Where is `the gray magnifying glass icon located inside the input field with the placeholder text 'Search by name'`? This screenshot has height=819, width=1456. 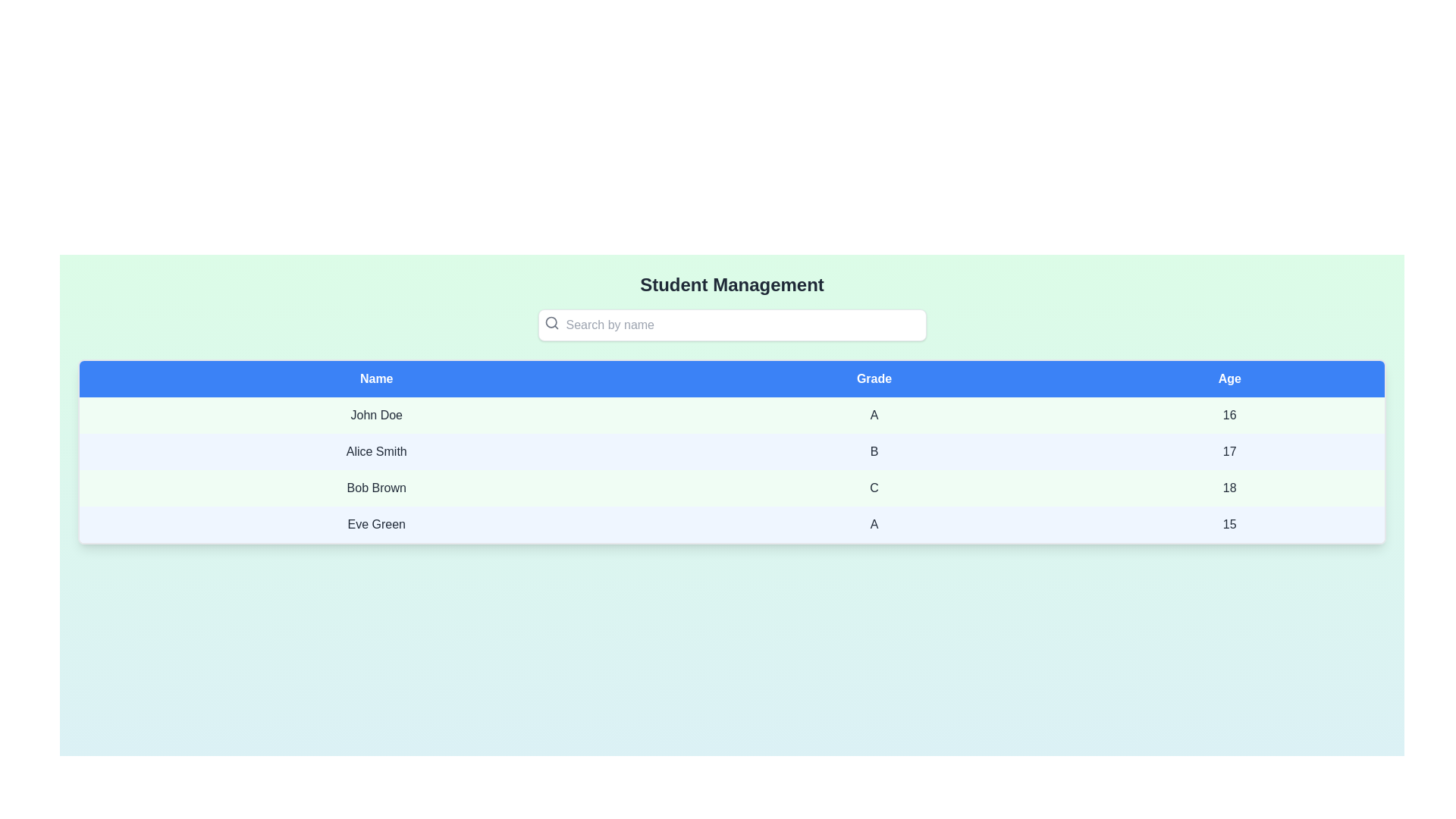
the gray magnifying glass icon located inside the input field with the placeholder text 'Search by name' is located at coordinates (551, 322).